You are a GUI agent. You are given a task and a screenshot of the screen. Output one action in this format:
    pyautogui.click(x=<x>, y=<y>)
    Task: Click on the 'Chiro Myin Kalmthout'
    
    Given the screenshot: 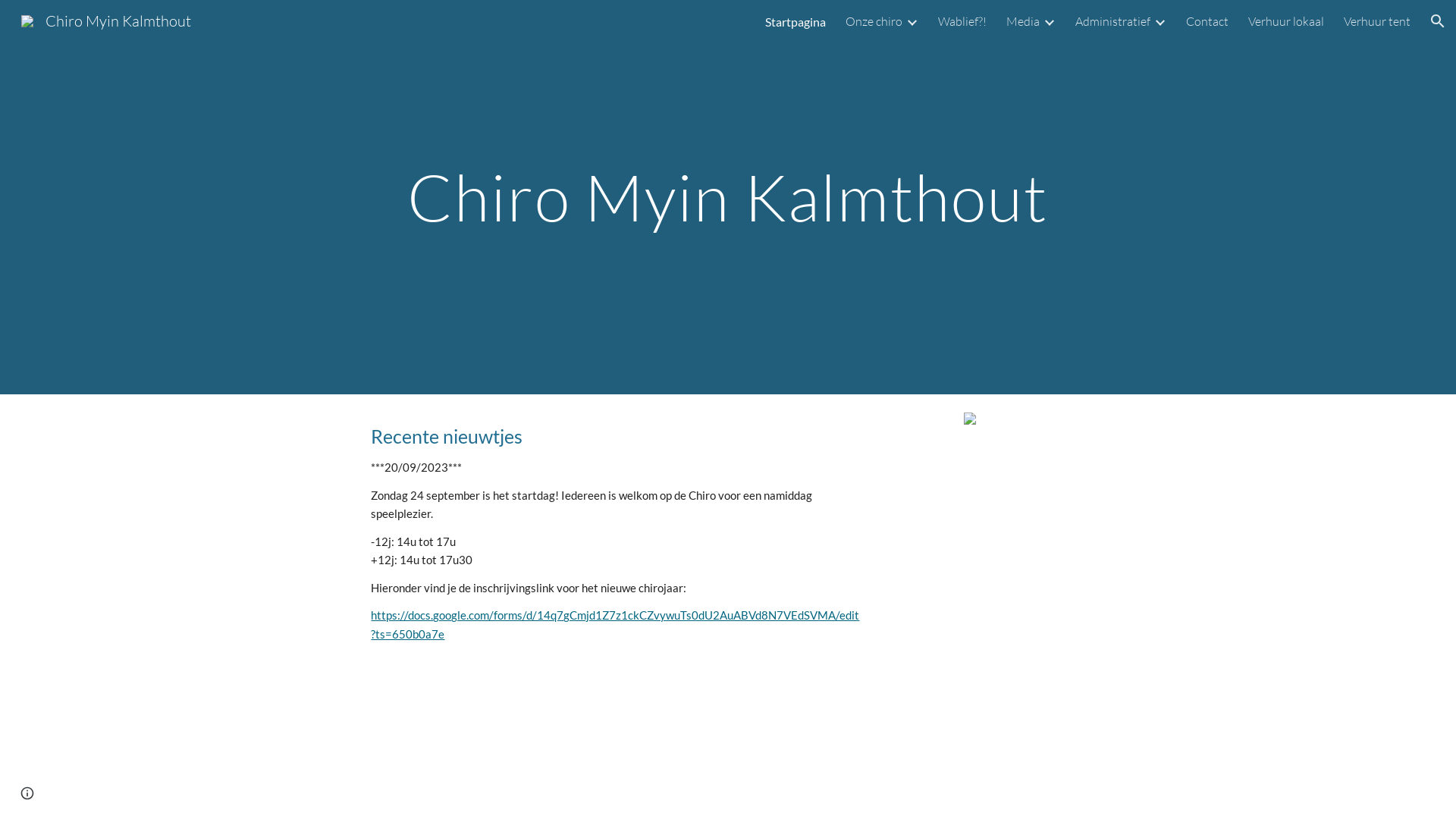 What is the action you would take?
    pyautogui.click(x=105, y=19)
    